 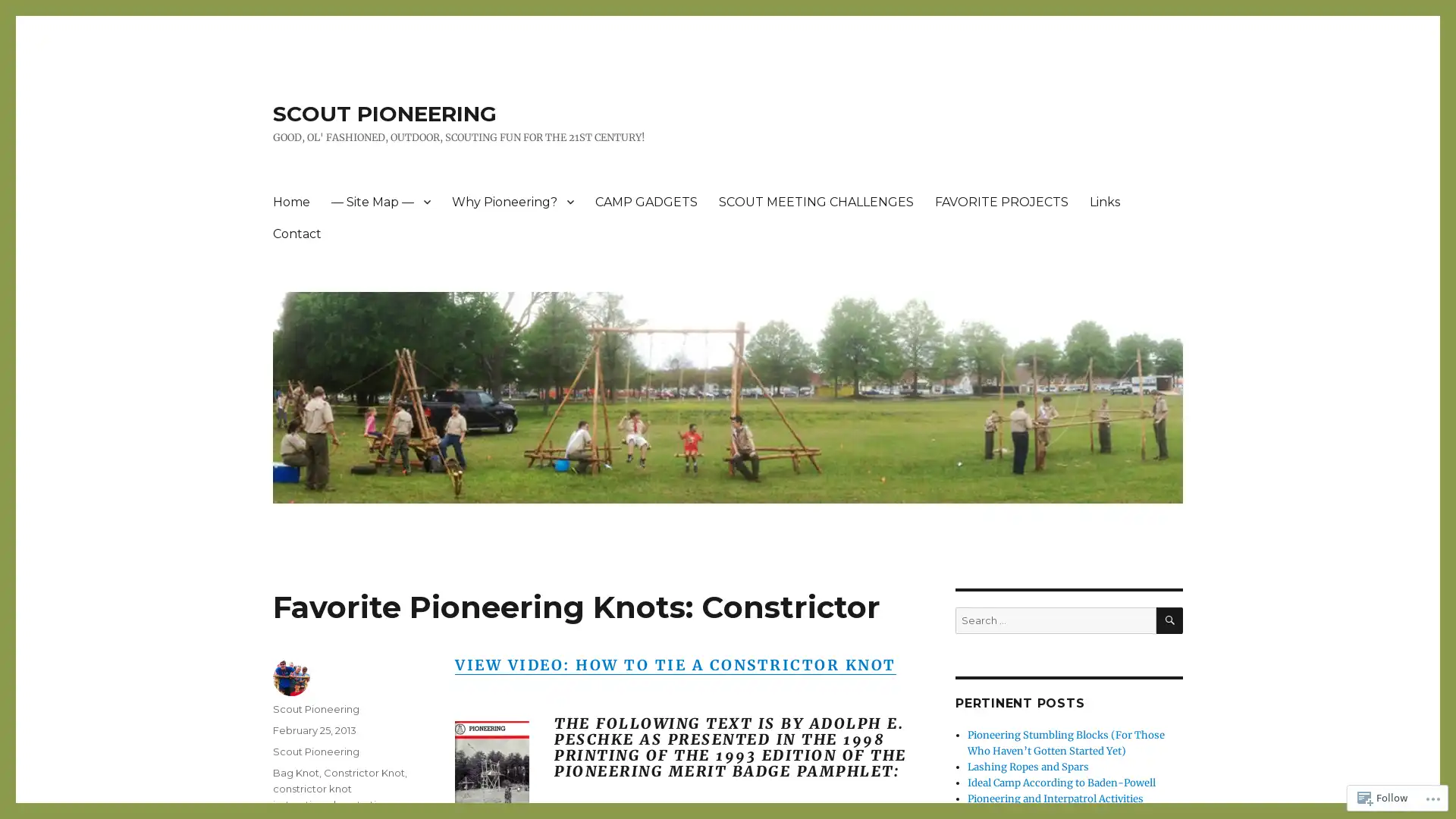 What do you see at coordinates (1169, 620) in the screenshot?
I see `SEARCH` at bounding box center [1169, 620].